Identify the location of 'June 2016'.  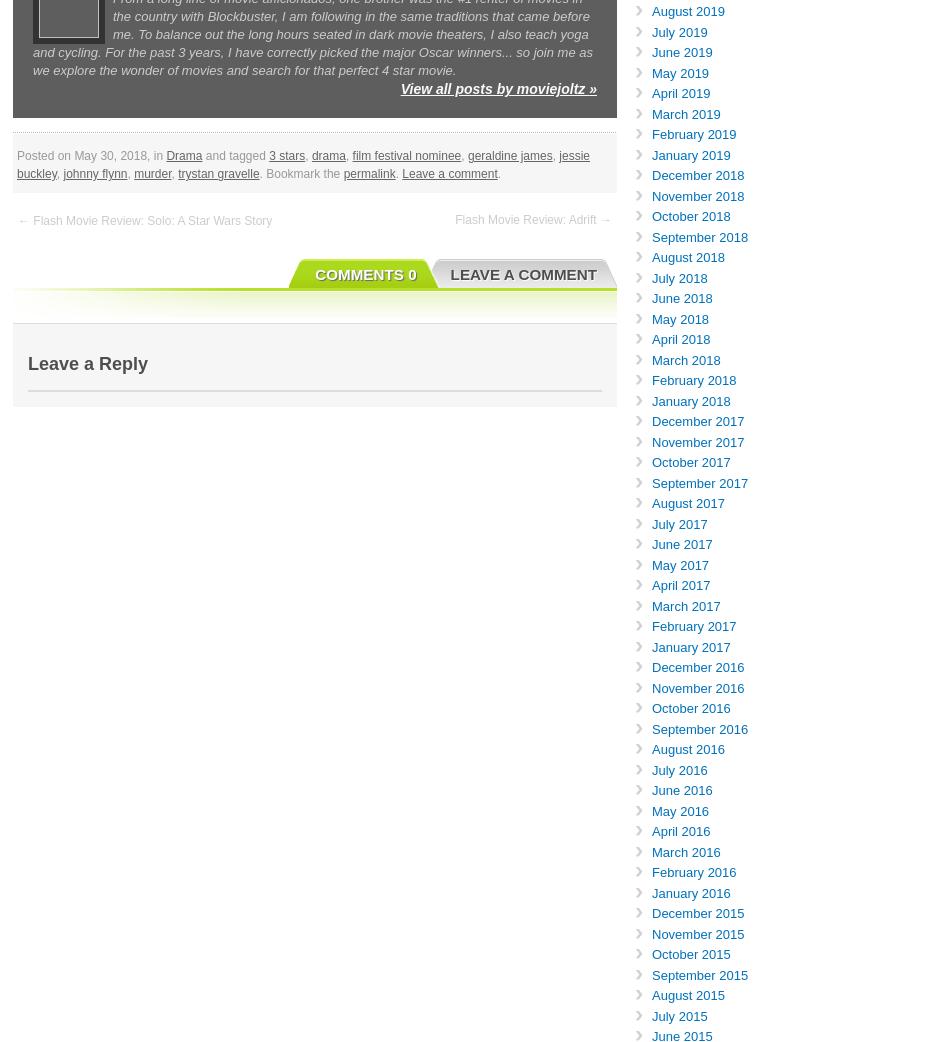
(680, 790).